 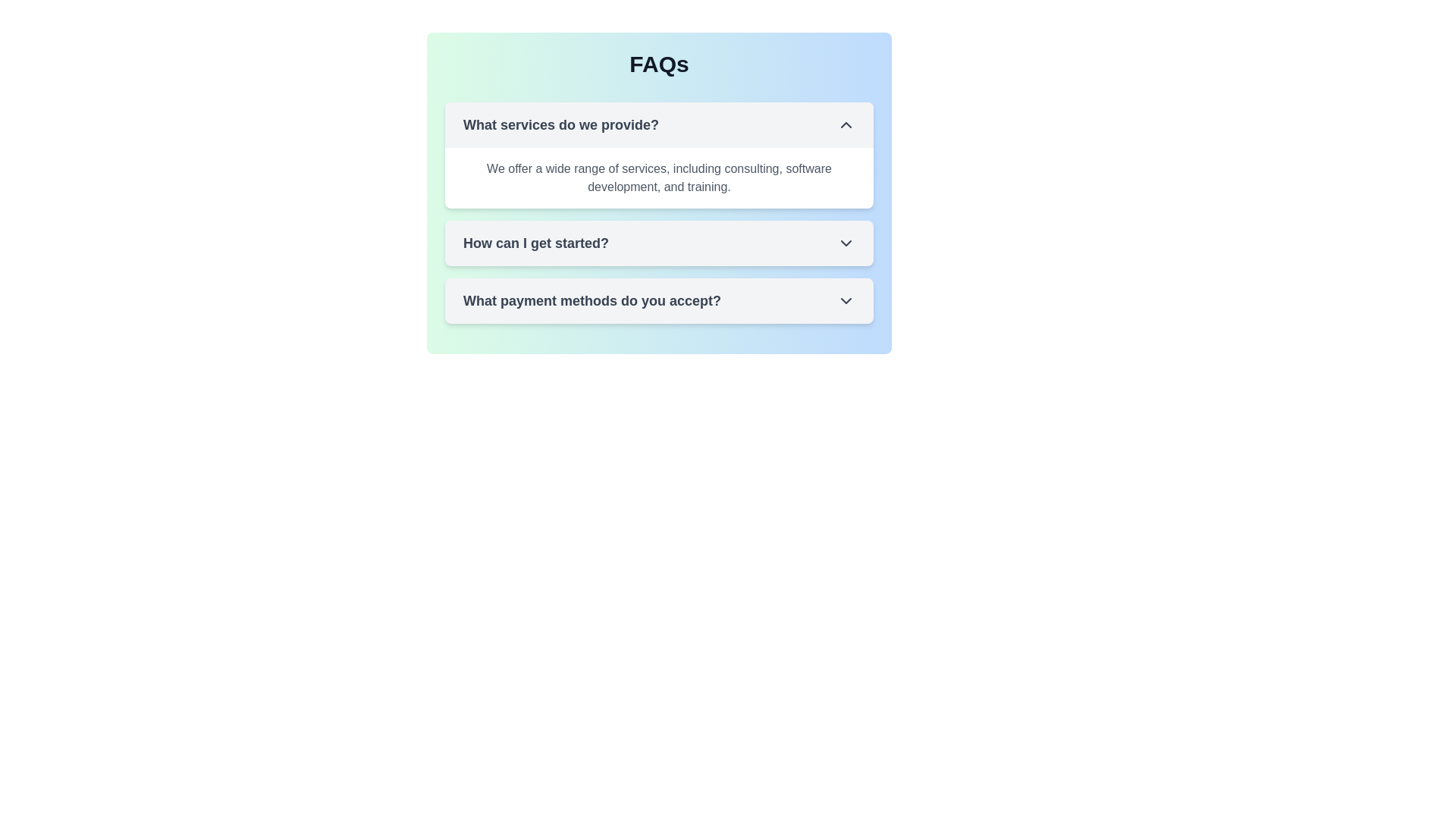 I want to click on the Interactive FAQ header titled 'What payment methods do you accept?', so click(x=659, y=301).